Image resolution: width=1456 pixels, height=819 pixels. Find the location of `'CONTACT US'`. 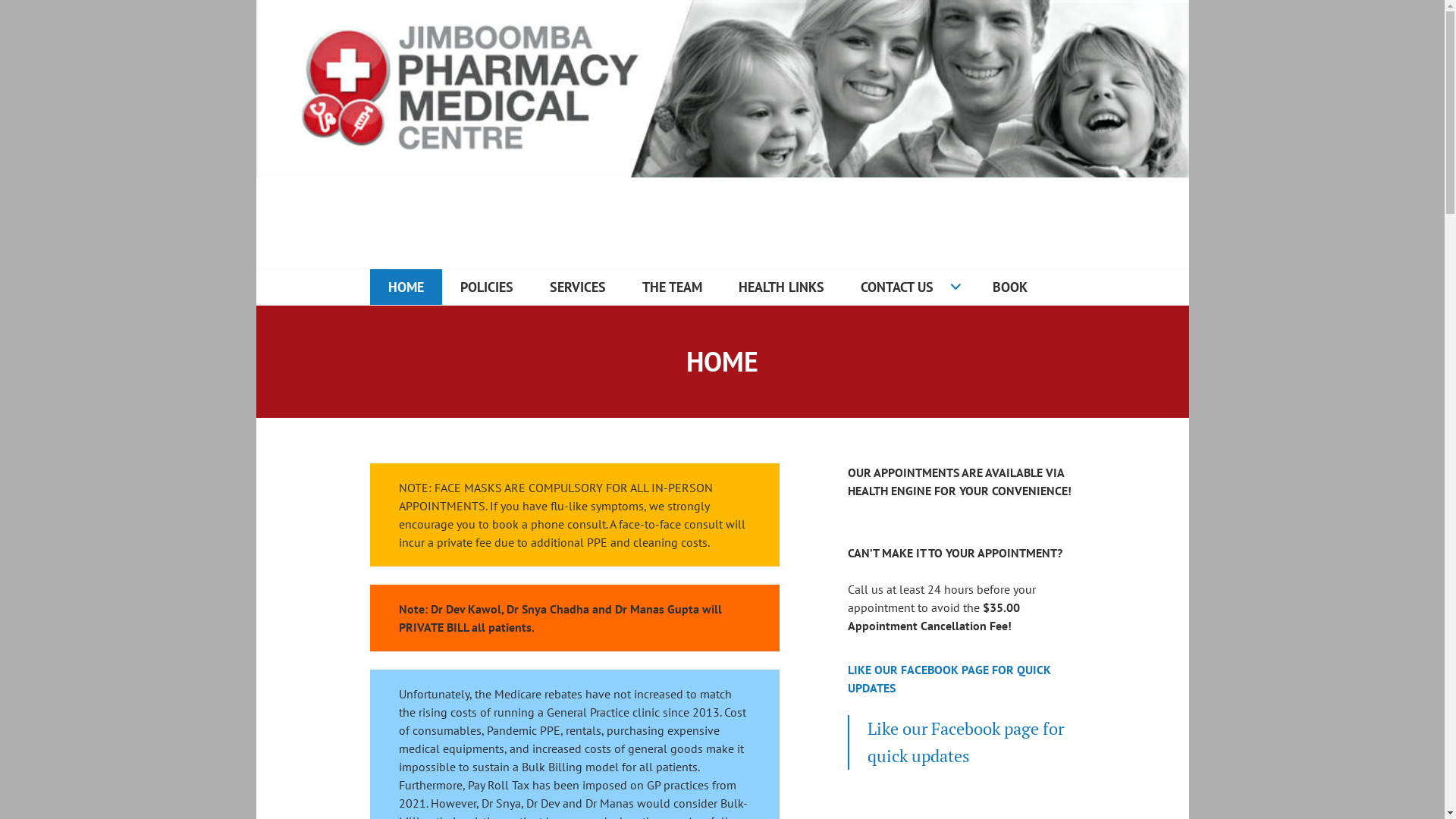

'CONTACT US' is located at coordinates (907, 287).